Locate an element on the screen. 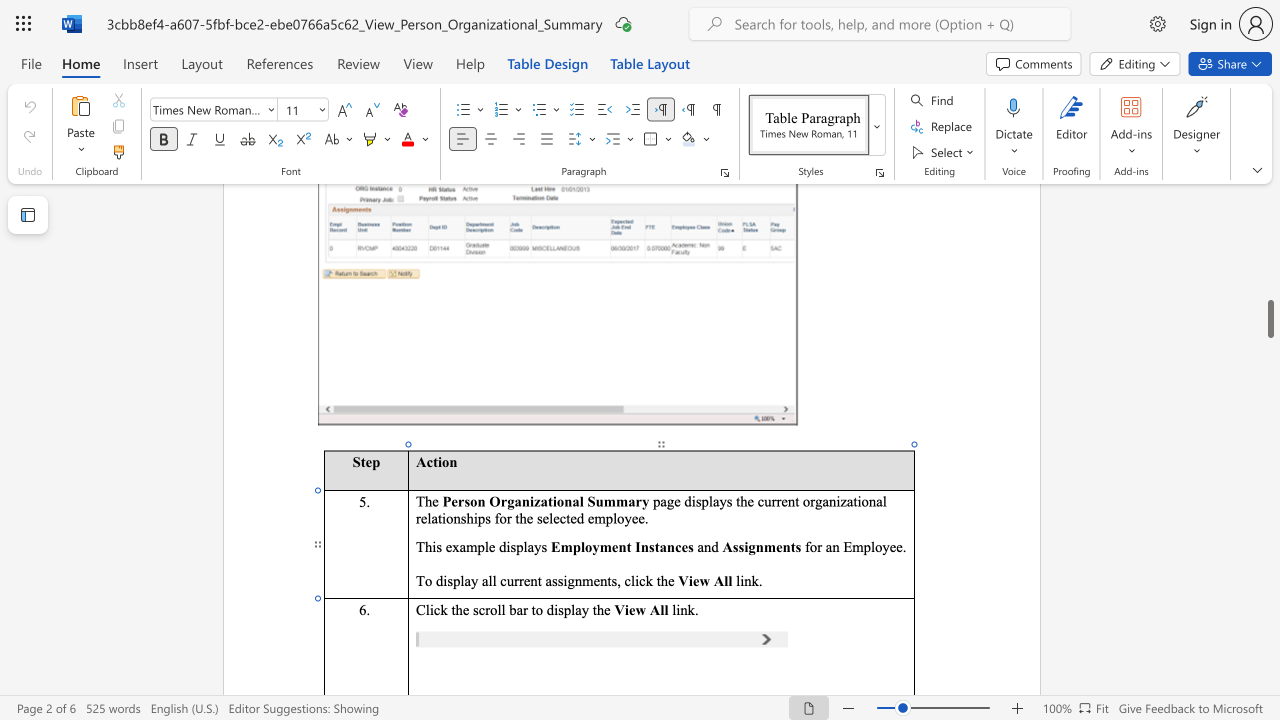  the space between the continuous character "c" and "e" in the text is located at coordinates (681, 547).